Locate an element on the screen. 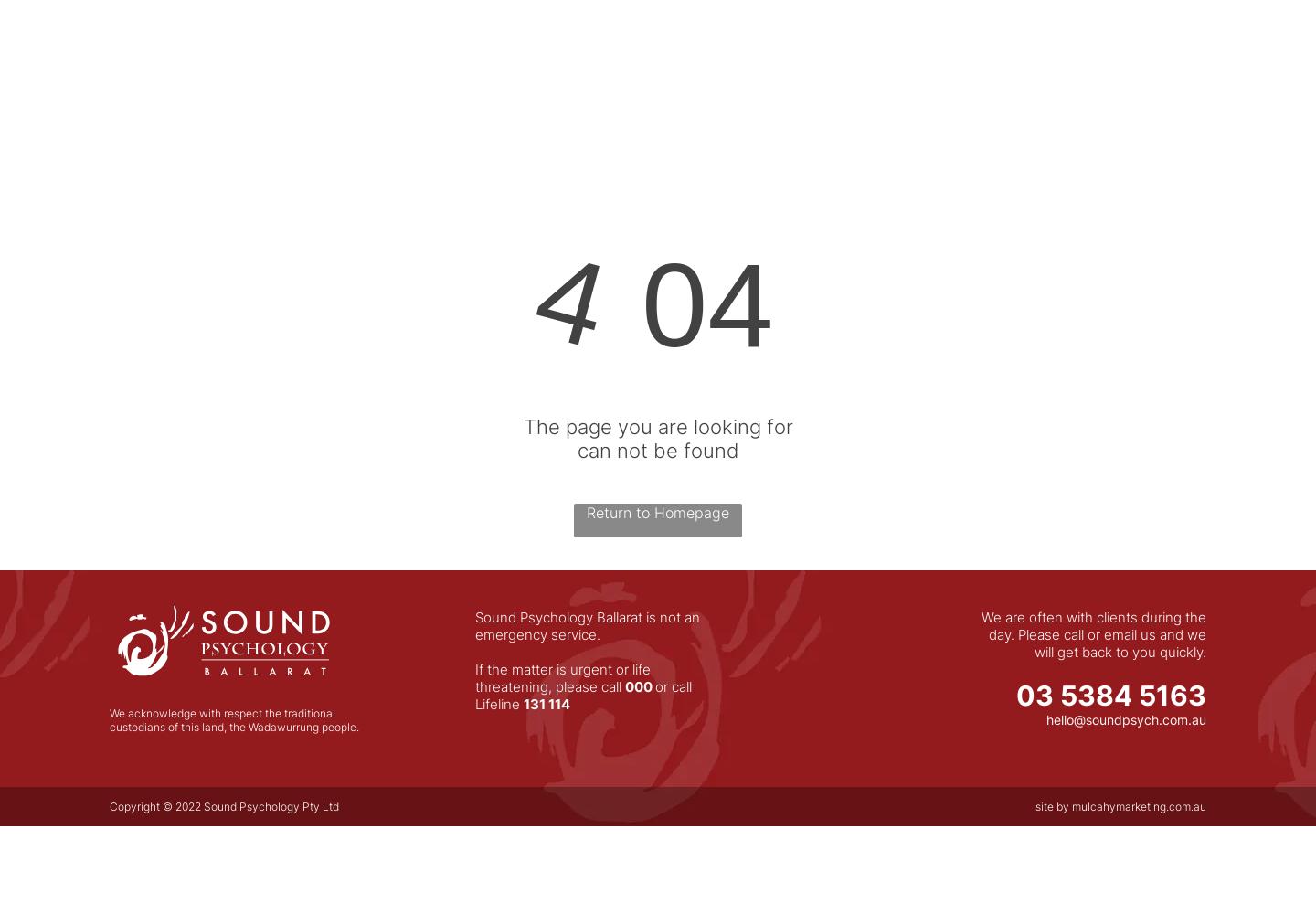 The height and width of the screenshot is (914, 1316). 'mulcahymarketing.com.au' is located at coordinates (1138, 806).